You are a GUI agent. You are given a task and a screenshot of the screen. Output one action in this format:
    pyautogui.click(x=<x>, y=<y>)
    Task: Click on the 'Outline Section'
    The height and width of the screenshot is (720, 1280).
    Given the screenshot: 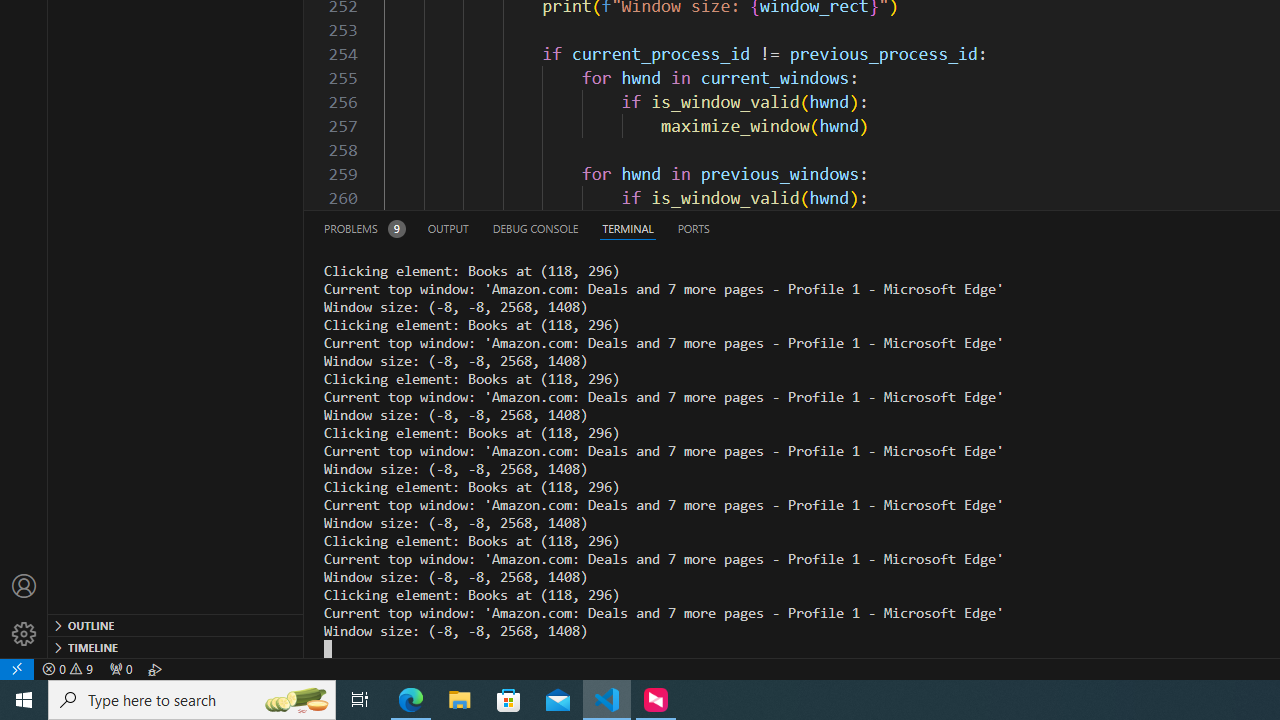 What is the action you would take?
    pyautogui.click(x=176, y=623)
    